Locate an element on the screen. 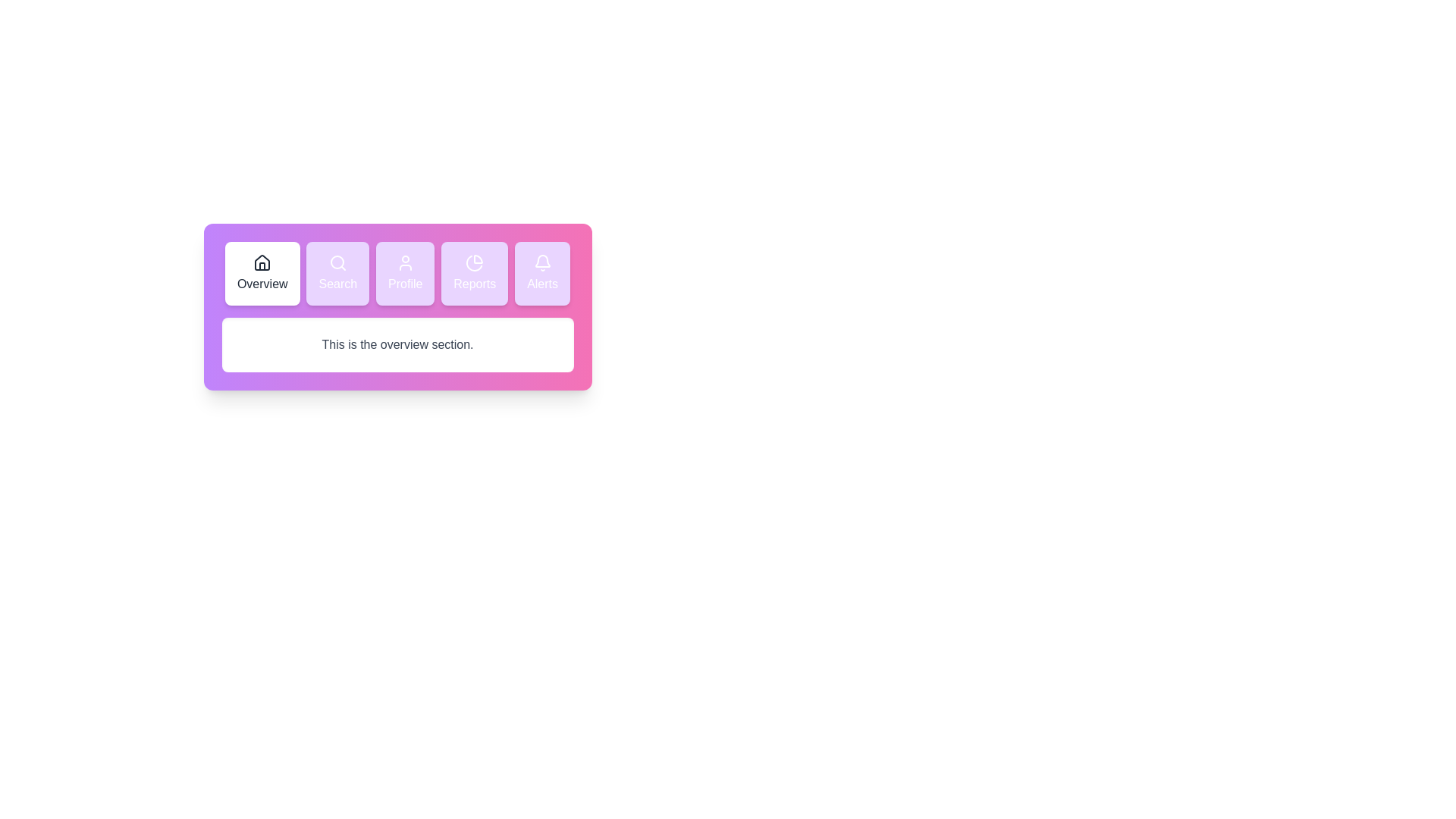 This screenshot has height=819, width=1456. the 'Reports' label is located at coordinates (473, 284).